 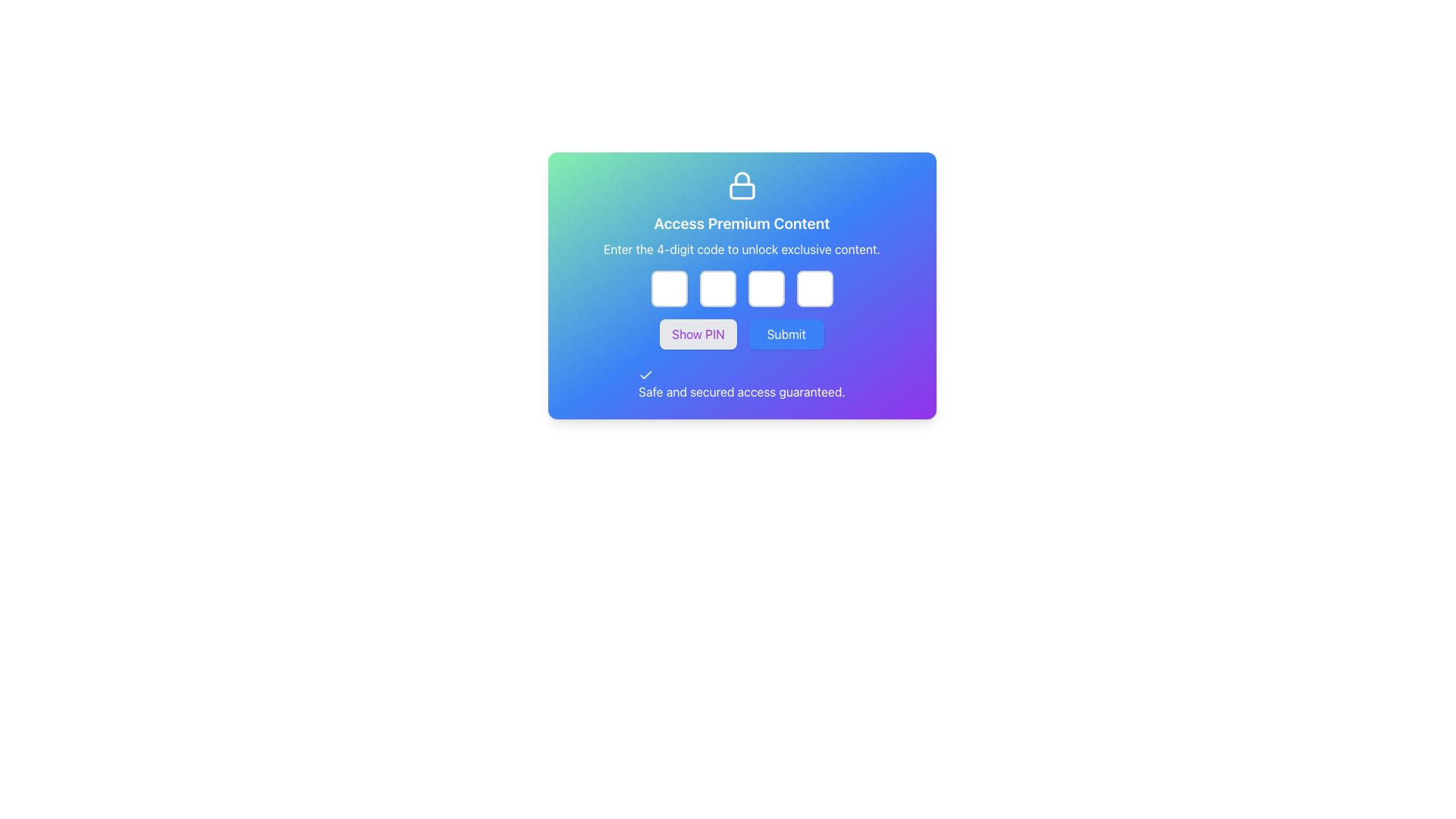 I want to click on the text label displaying 'Enter the 4-digit code to unlock exclusive content.' which is located below the title 'Access Premium Content' and above the input field group, so click(x=742, y=248).